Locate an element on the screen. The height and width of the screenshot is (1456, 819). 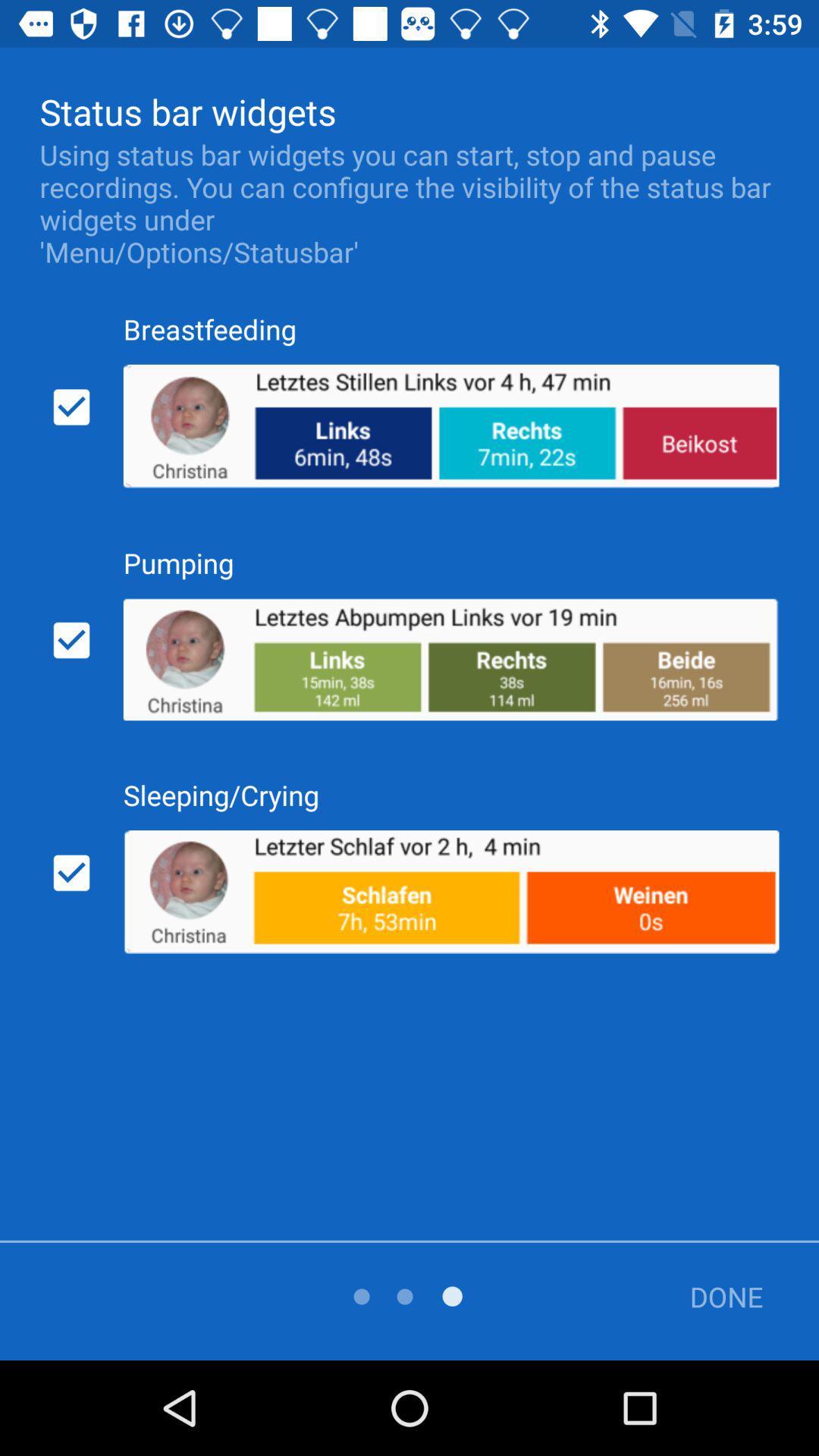
visibility of status bar widgets is located at coordinates (71, 407).